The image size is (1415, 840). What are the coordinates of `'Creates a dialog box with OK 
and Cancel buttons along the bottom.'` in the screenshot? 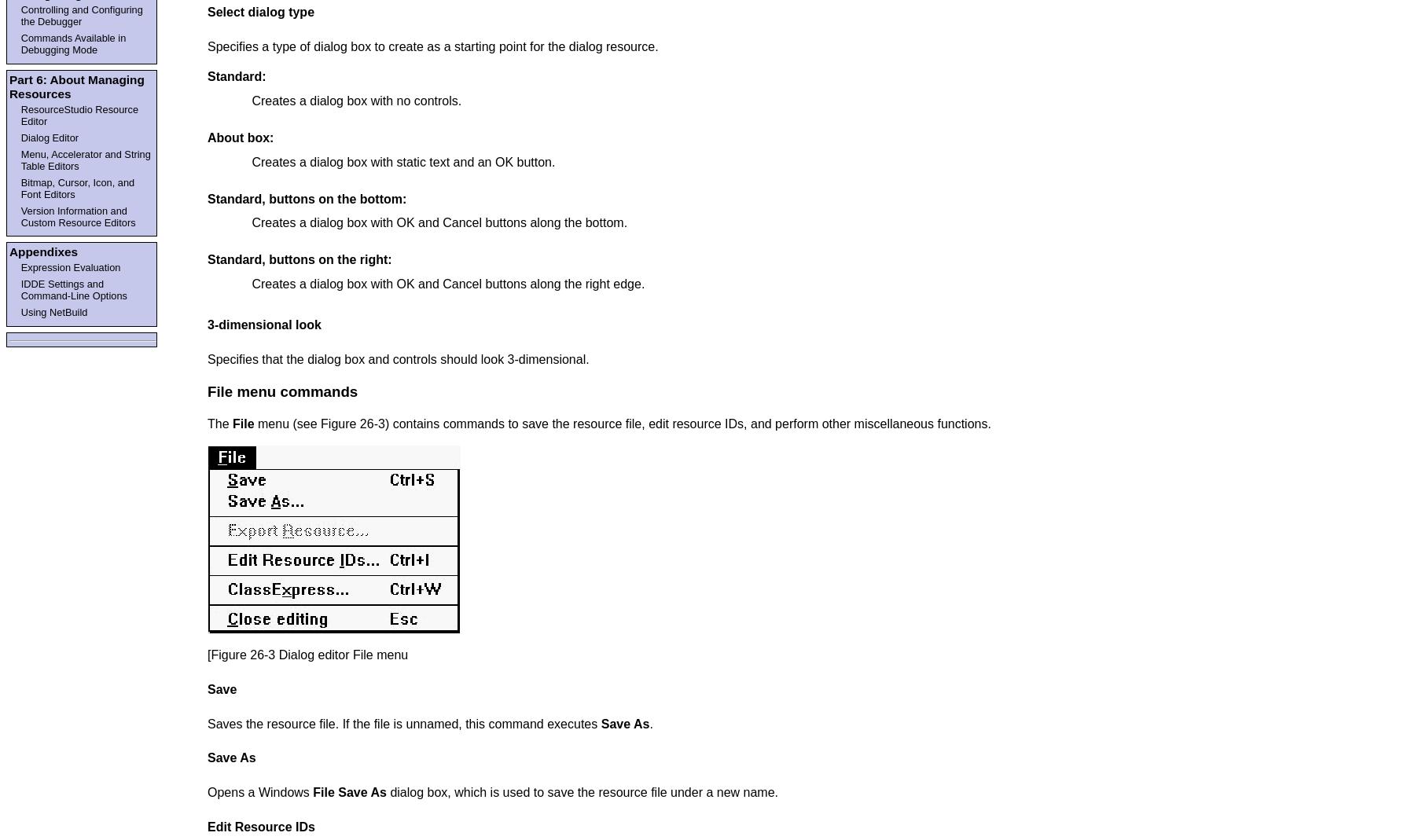 It's located at (251, 222).